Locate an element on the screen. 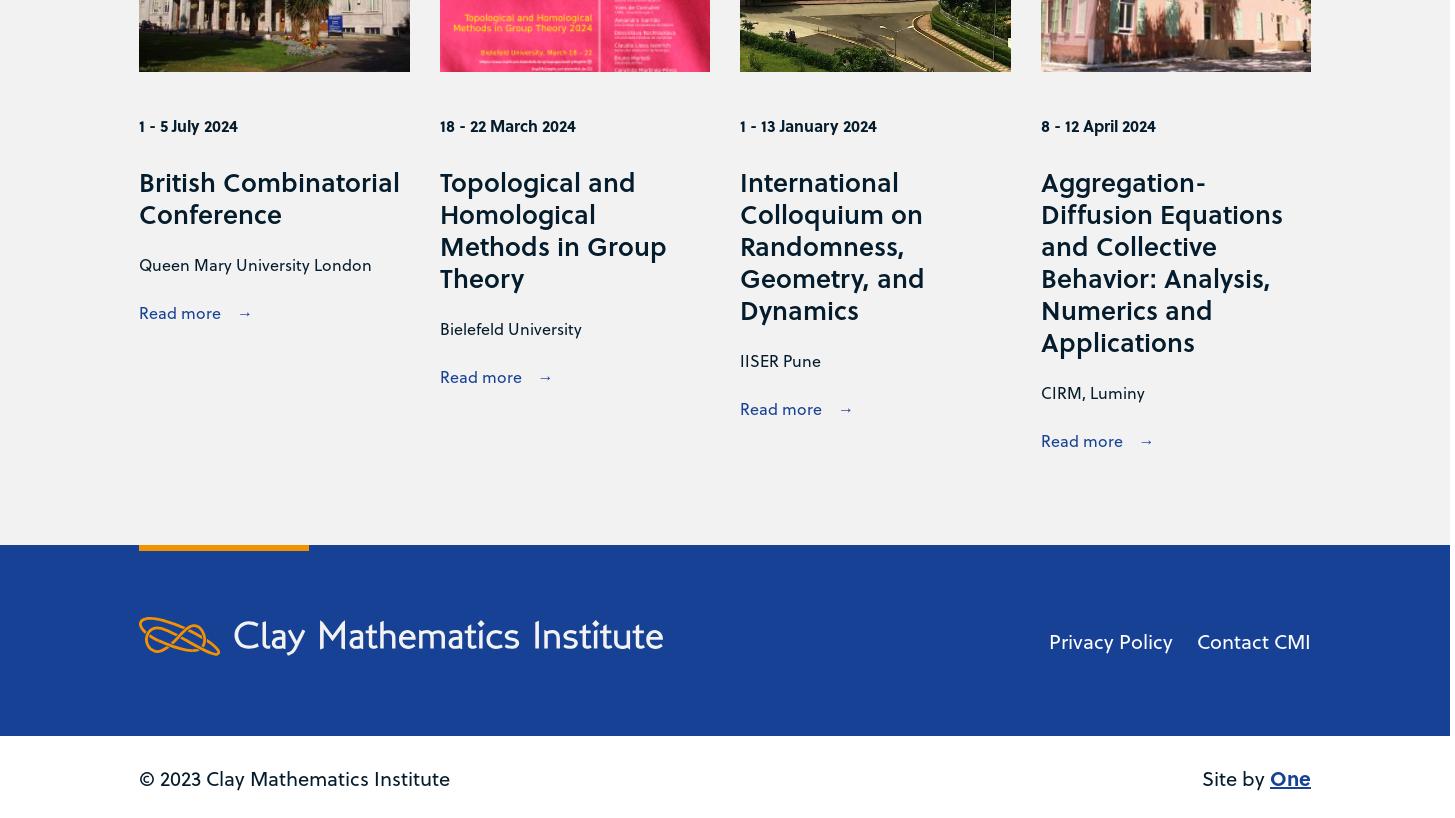 This screenshot has height=818, width=1455. 'Aggregation-Diffusion Equations and Collective Behavior: Analysis, Numerics and Applications' is located at coordinates (1159, 260).